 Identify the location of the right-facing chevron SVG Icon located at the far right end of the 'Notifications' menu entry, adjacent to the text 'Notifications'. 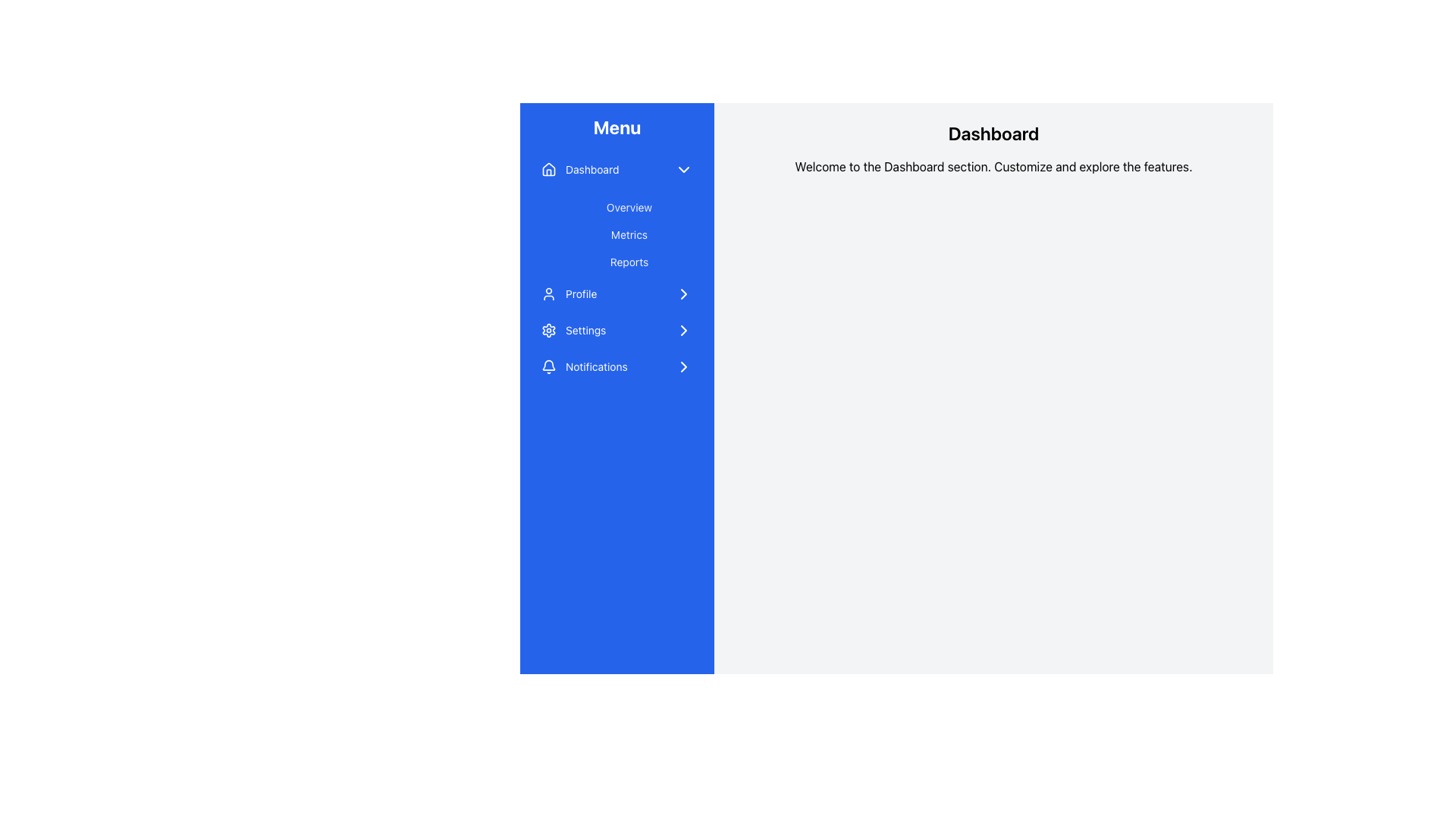
(683, 366).